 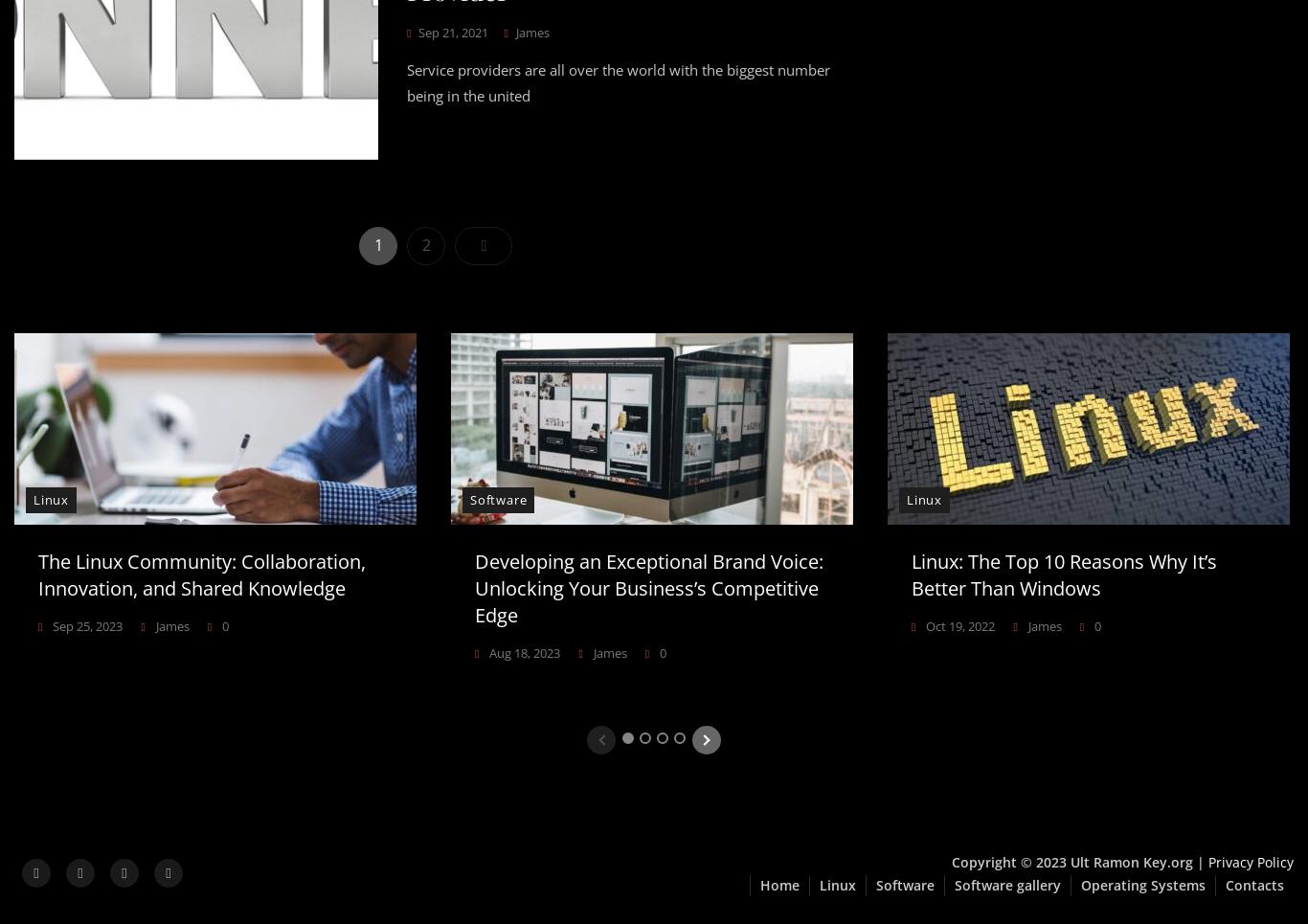 What do you see at coordinates (50, 625) in the screenshot?
I see `'Sep 25, 2023'` at bounding box center [50, 625].